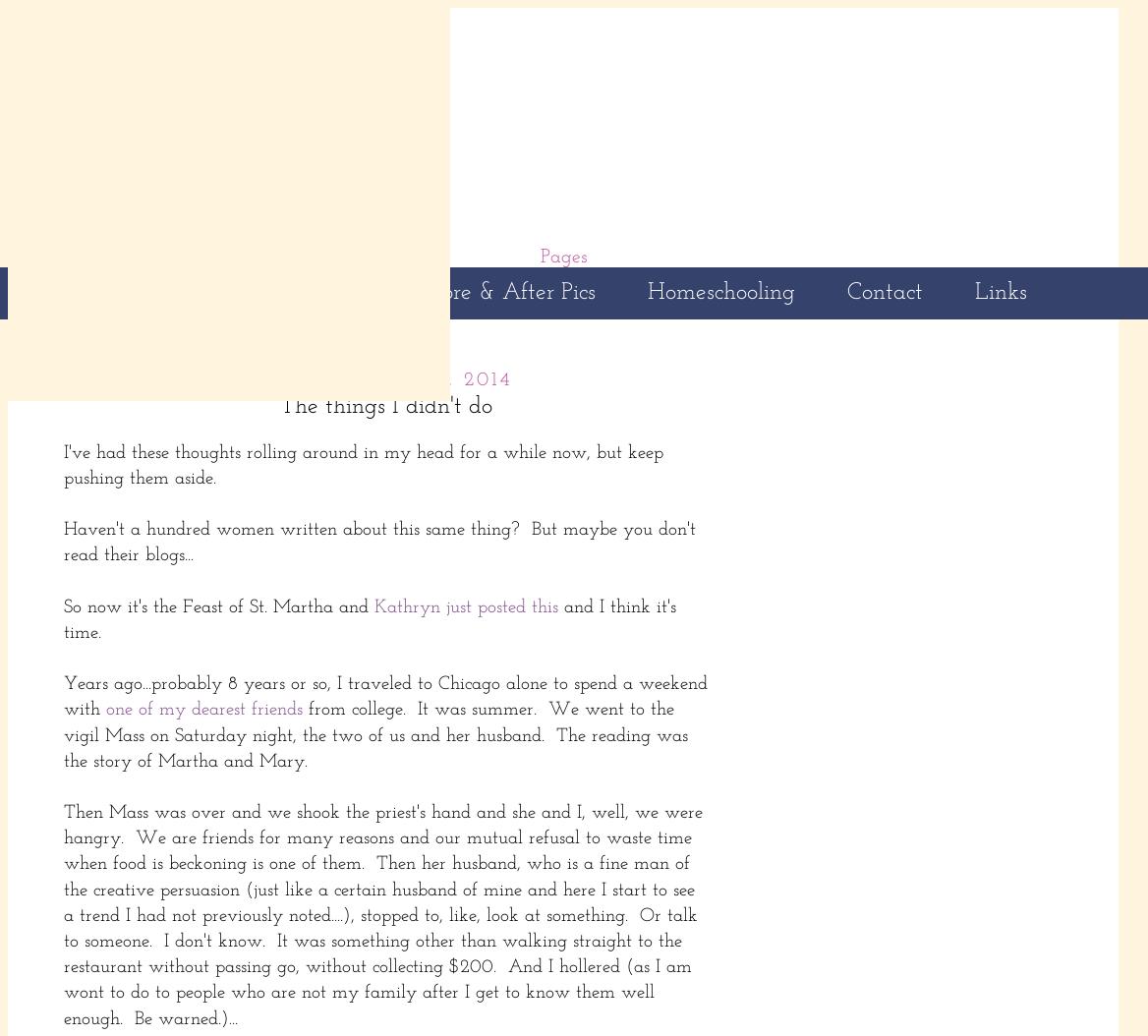 The image size is (1148, 1036). What do you see at coordinates (378, 543) in the screenshot?
I see `'Haven't a hundred women written about this same thing?  But maybe you don't read their blogs...'` at bounding box center [378, 543].